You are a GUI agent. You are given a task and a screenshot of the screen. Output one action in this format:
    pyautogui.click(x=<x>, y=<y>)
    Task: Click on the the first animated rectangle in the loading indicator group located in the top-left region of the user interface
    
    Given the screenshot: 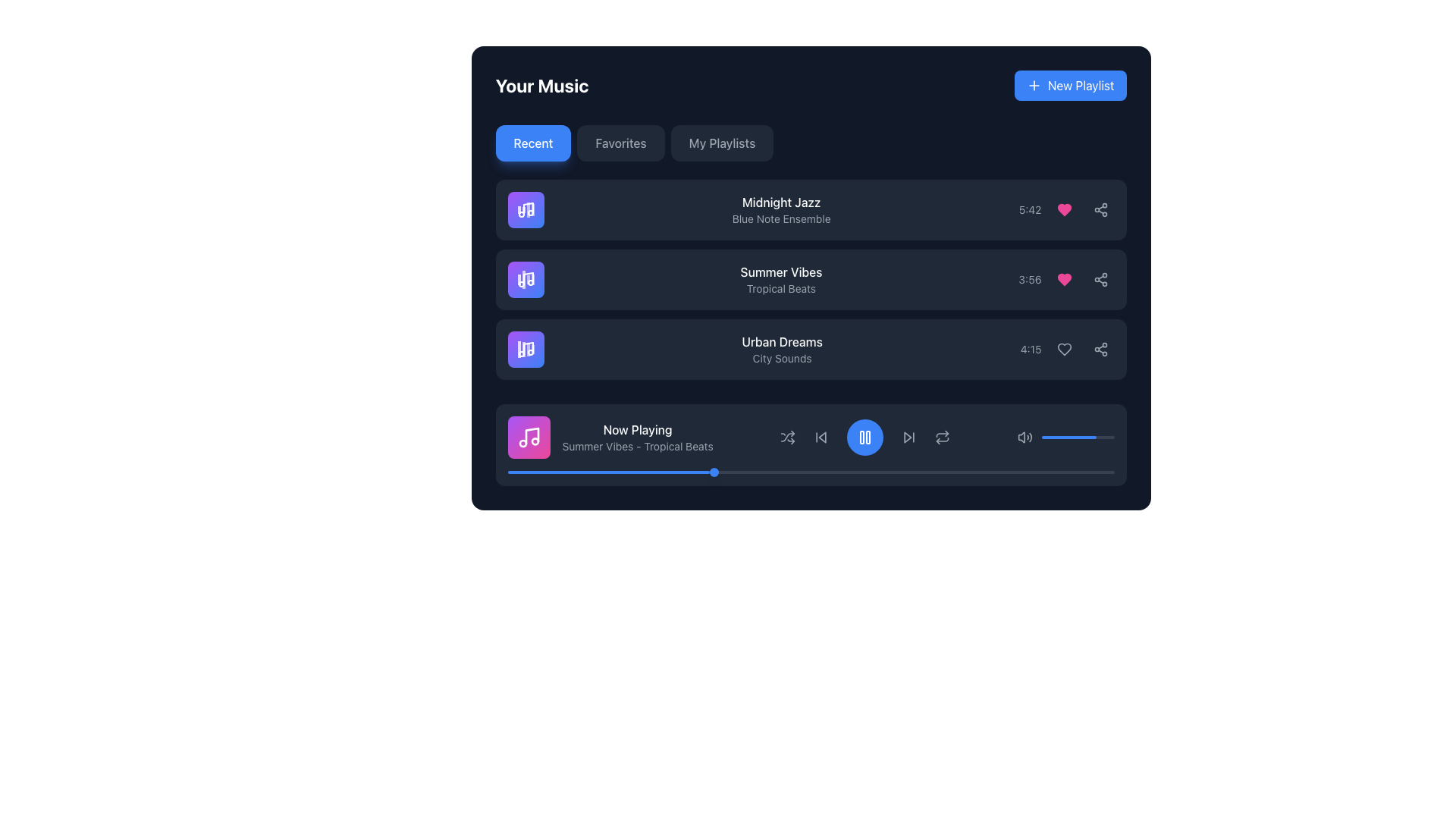 What is the action you would take?
    pyautogui.click(x=519, y=280)
    